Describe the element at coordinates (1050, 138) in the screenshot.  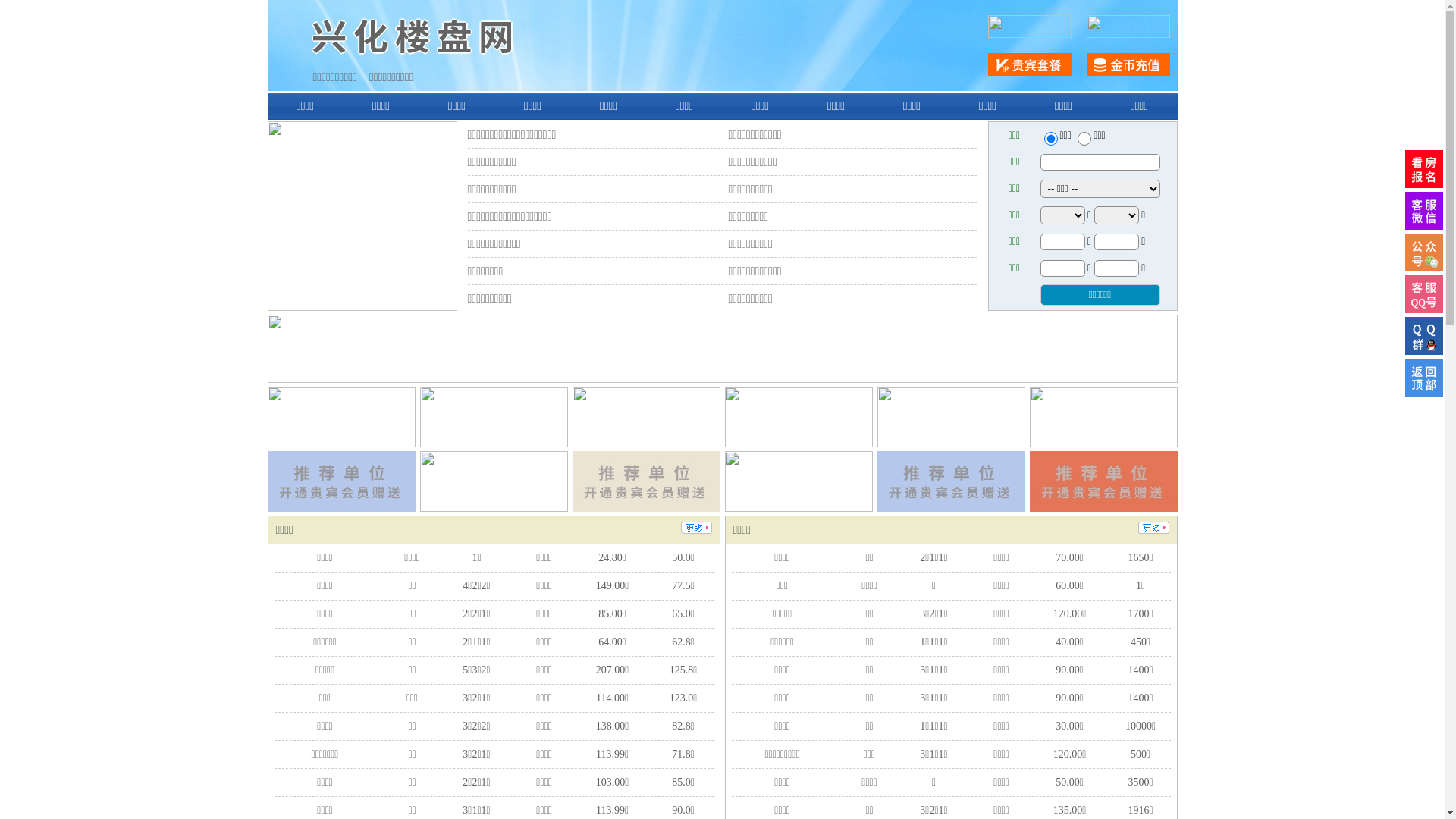
I see `'ershou'` at that location.